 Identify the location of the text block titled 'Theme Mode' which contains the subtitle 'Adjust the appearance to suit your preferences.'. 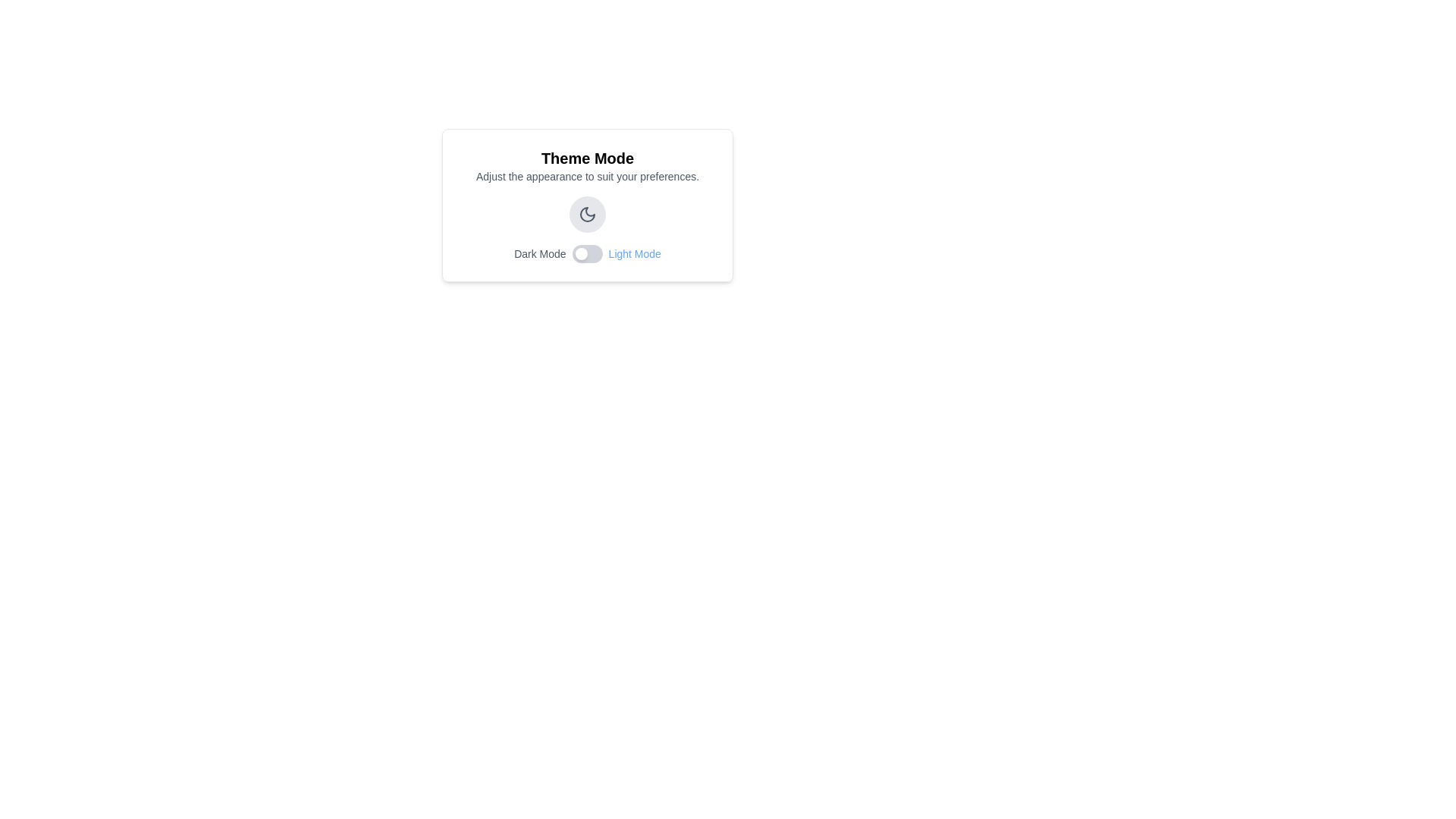
(586, 166).